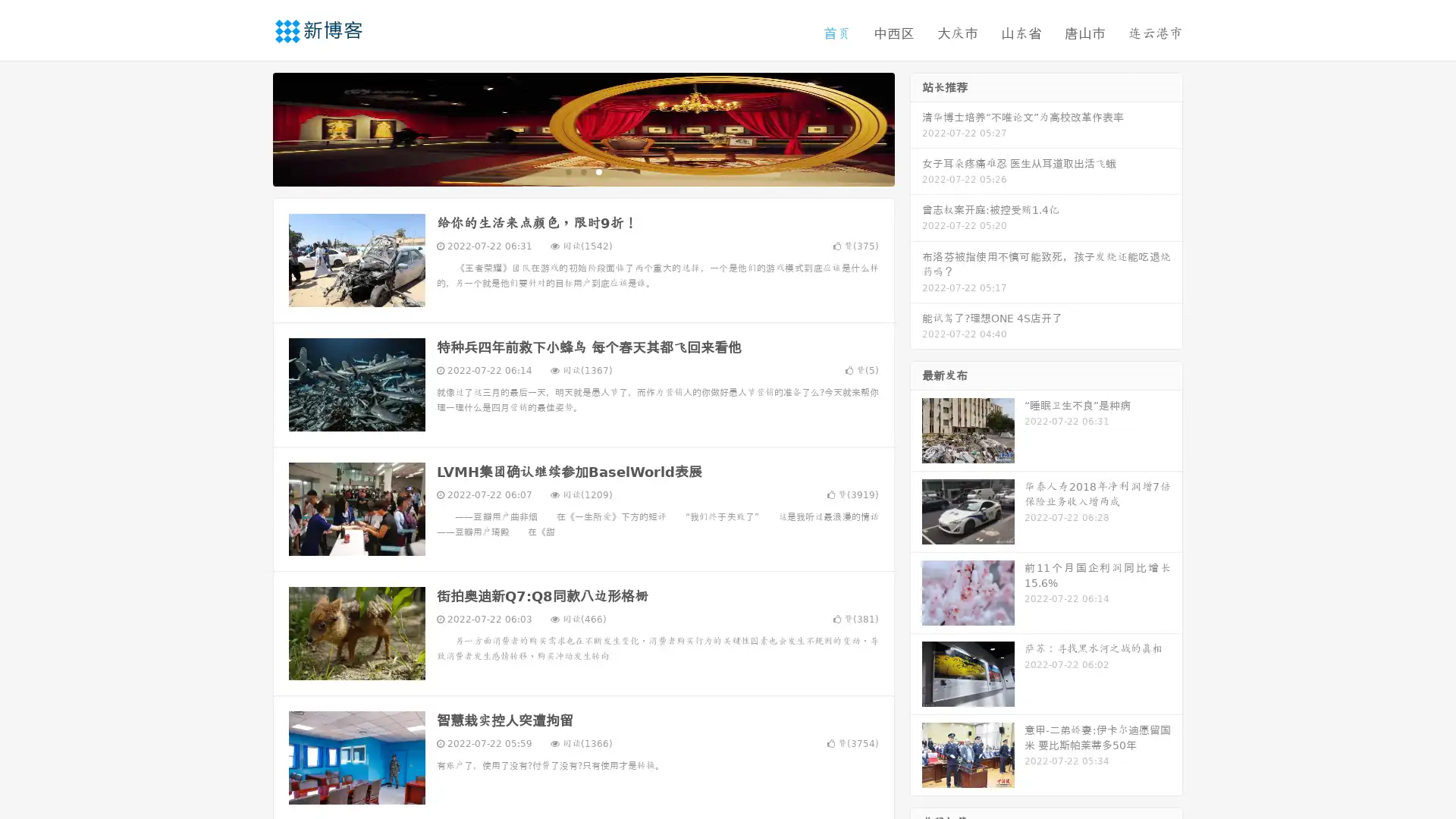  Describe the element at coordinates (582, 171) in the screenshot. I see `Go to slide 2` at that location.